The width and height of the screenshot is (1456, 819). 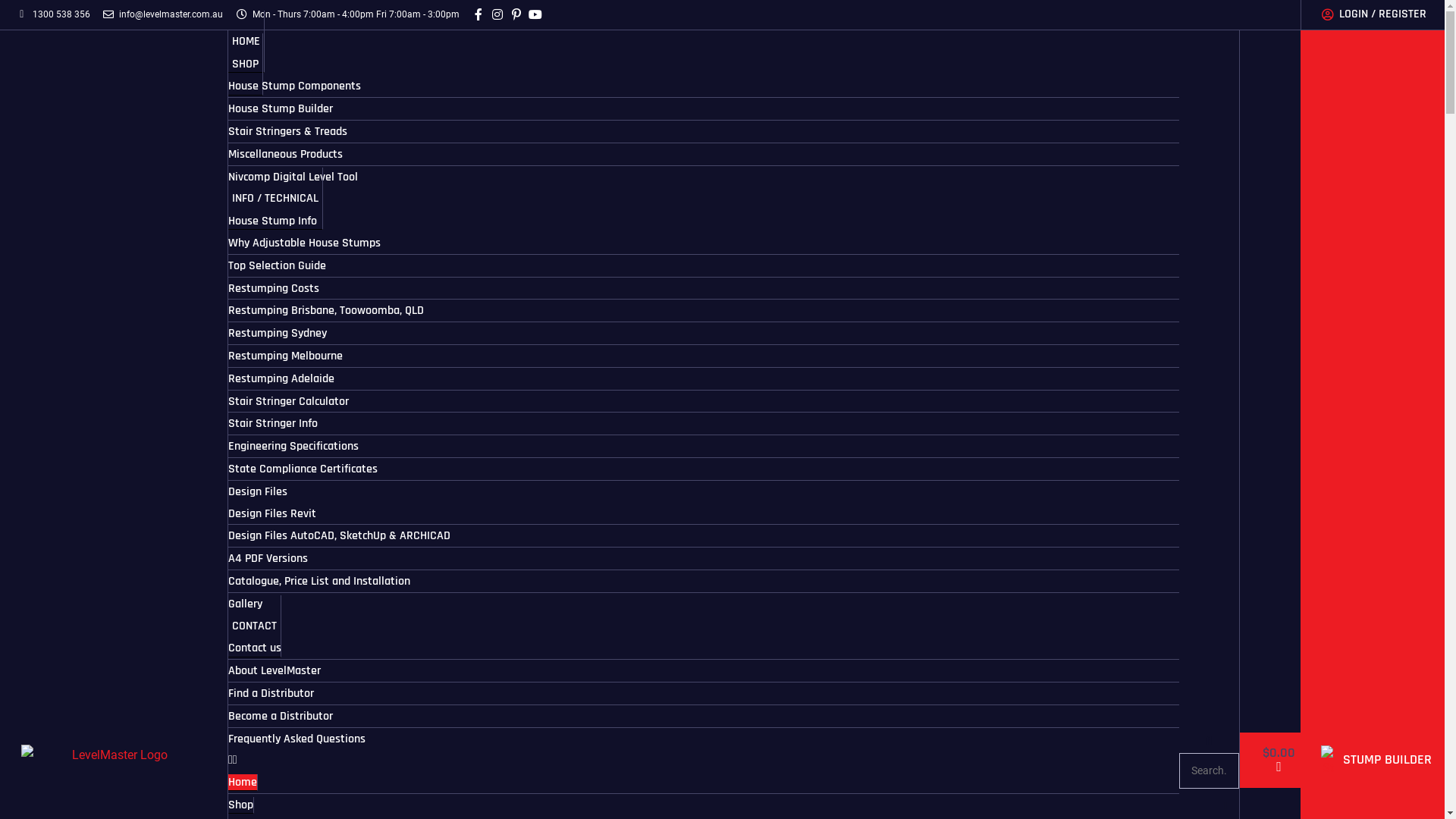 I want to click on 'CONTACT', so click(x=255, y=626).